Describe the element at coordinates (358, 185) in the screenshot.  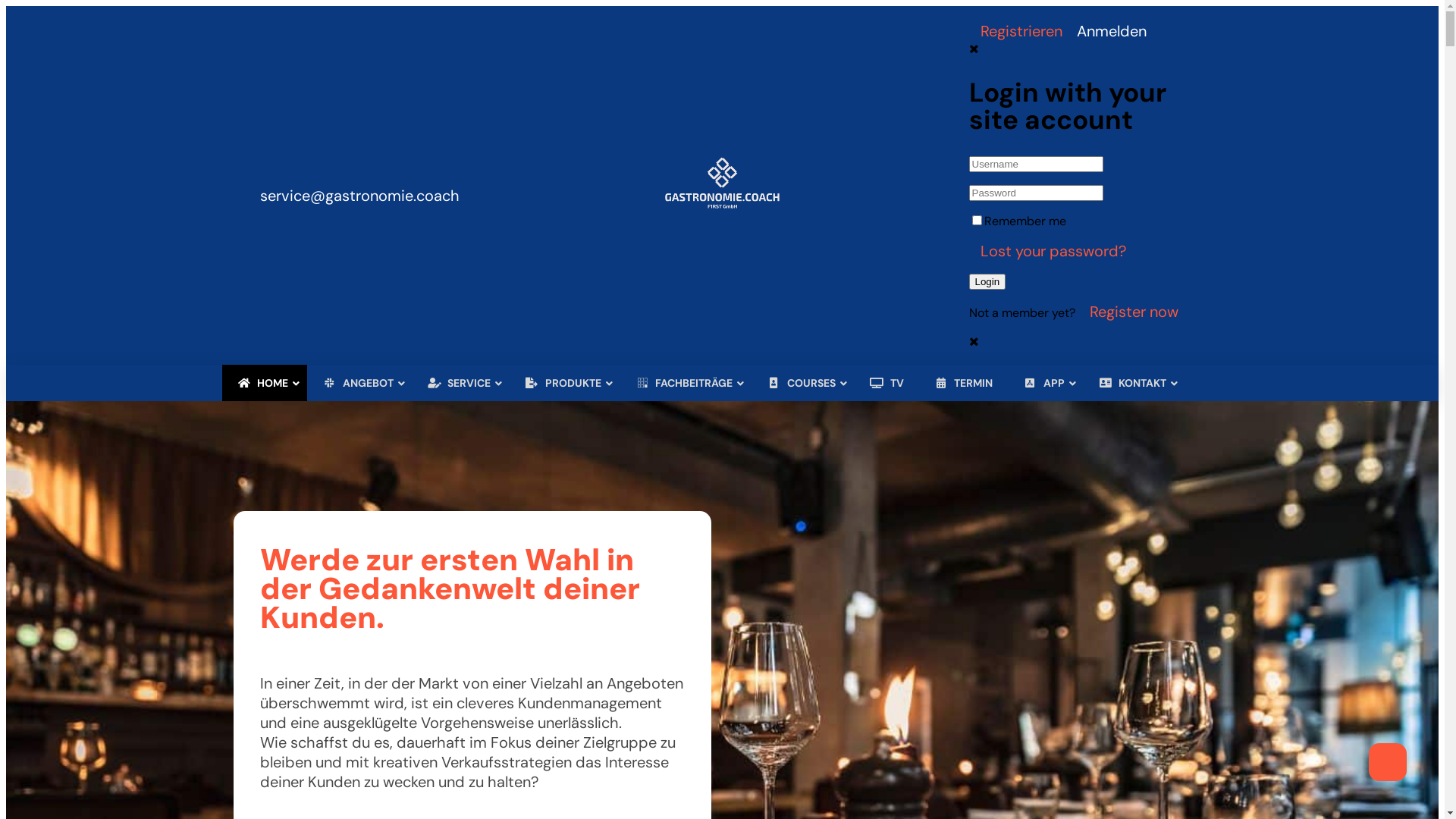
I see `'service@gastronomie.coach'` at that location.